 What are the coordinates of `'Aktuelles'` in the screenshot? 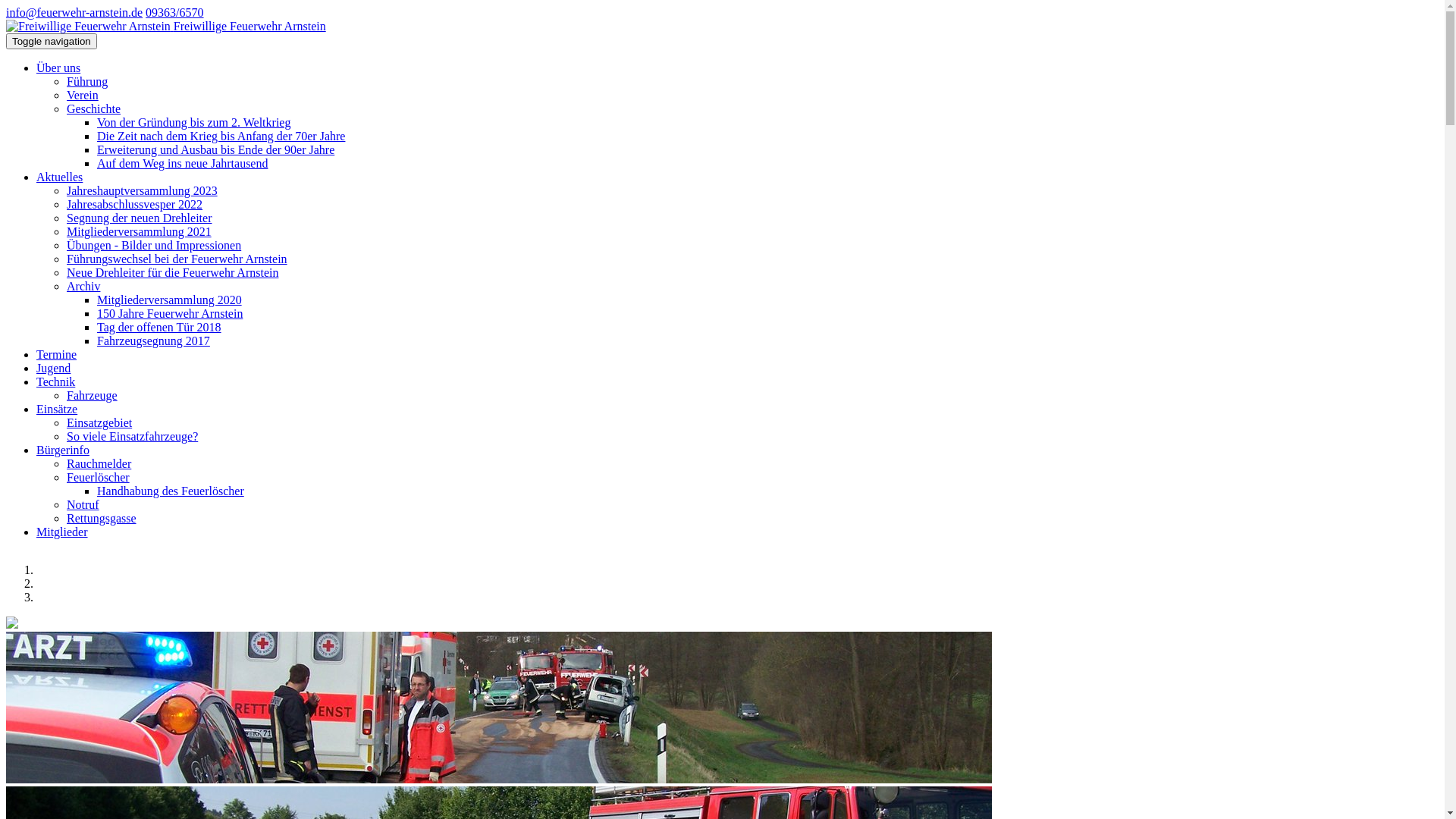 It's located at (59, 176).